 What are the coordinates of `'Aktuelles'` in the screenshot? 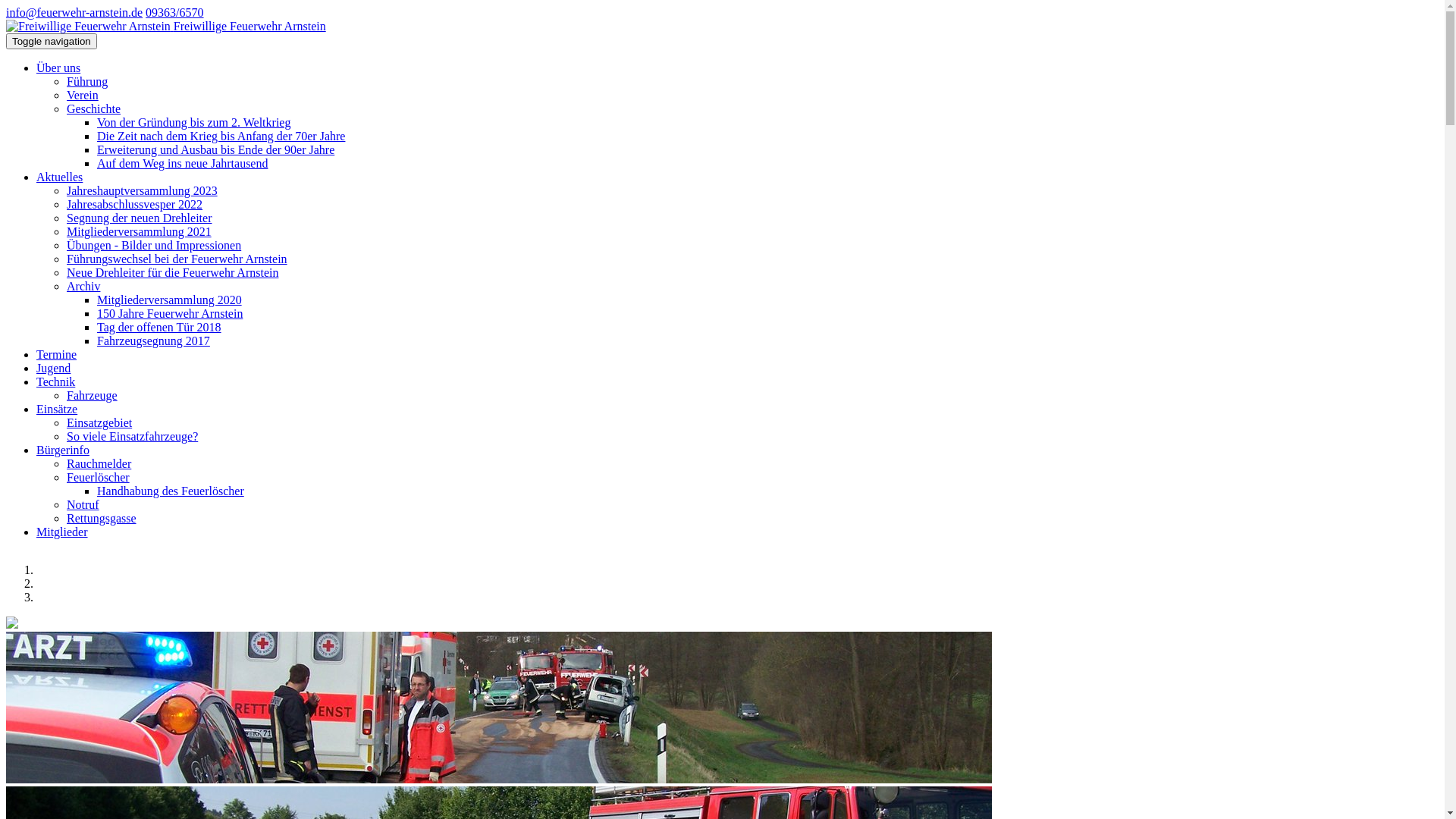 It's located at (59, 176).